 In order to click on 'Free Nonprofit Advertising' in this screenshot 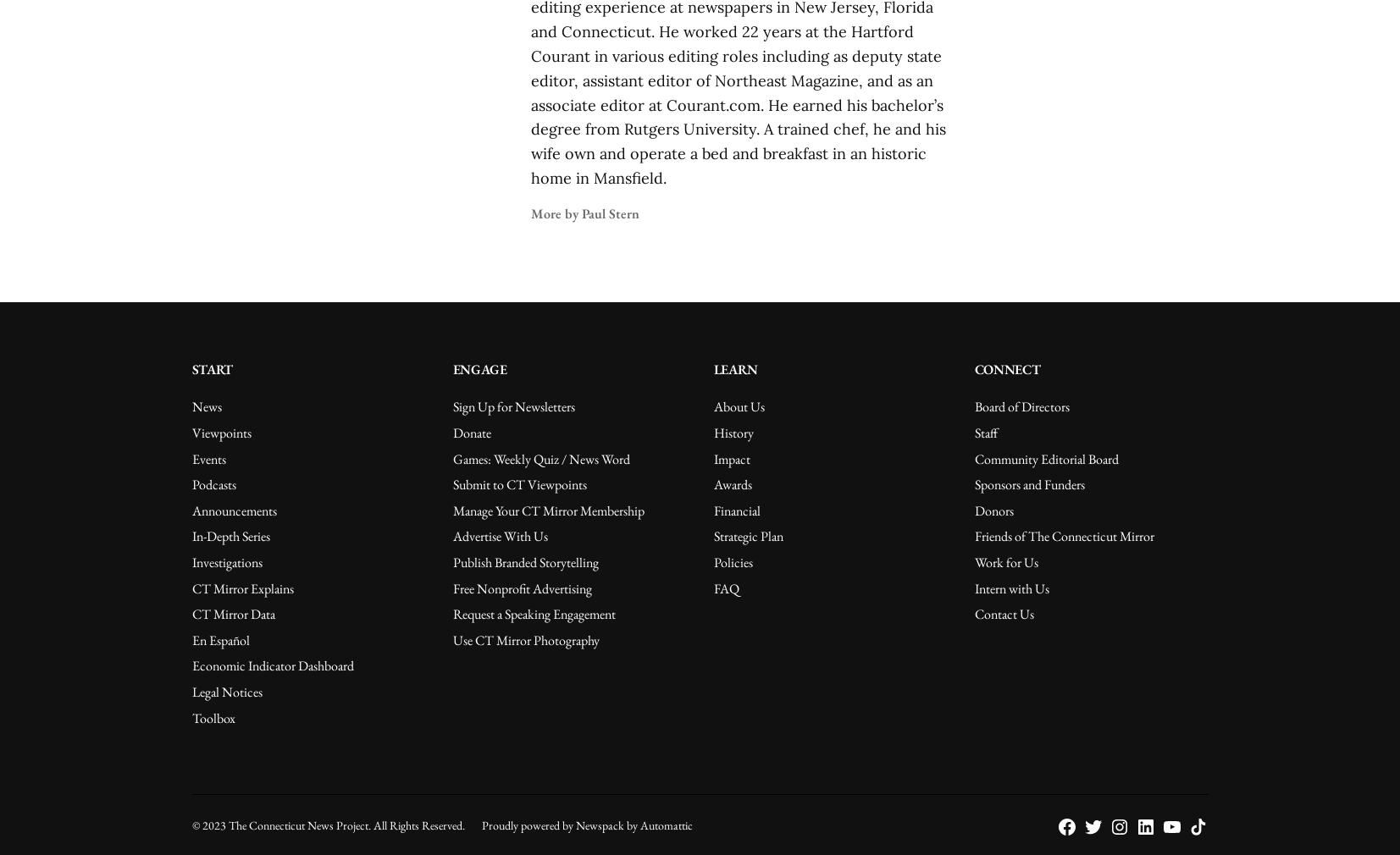, I will do `click(521, 587)`.